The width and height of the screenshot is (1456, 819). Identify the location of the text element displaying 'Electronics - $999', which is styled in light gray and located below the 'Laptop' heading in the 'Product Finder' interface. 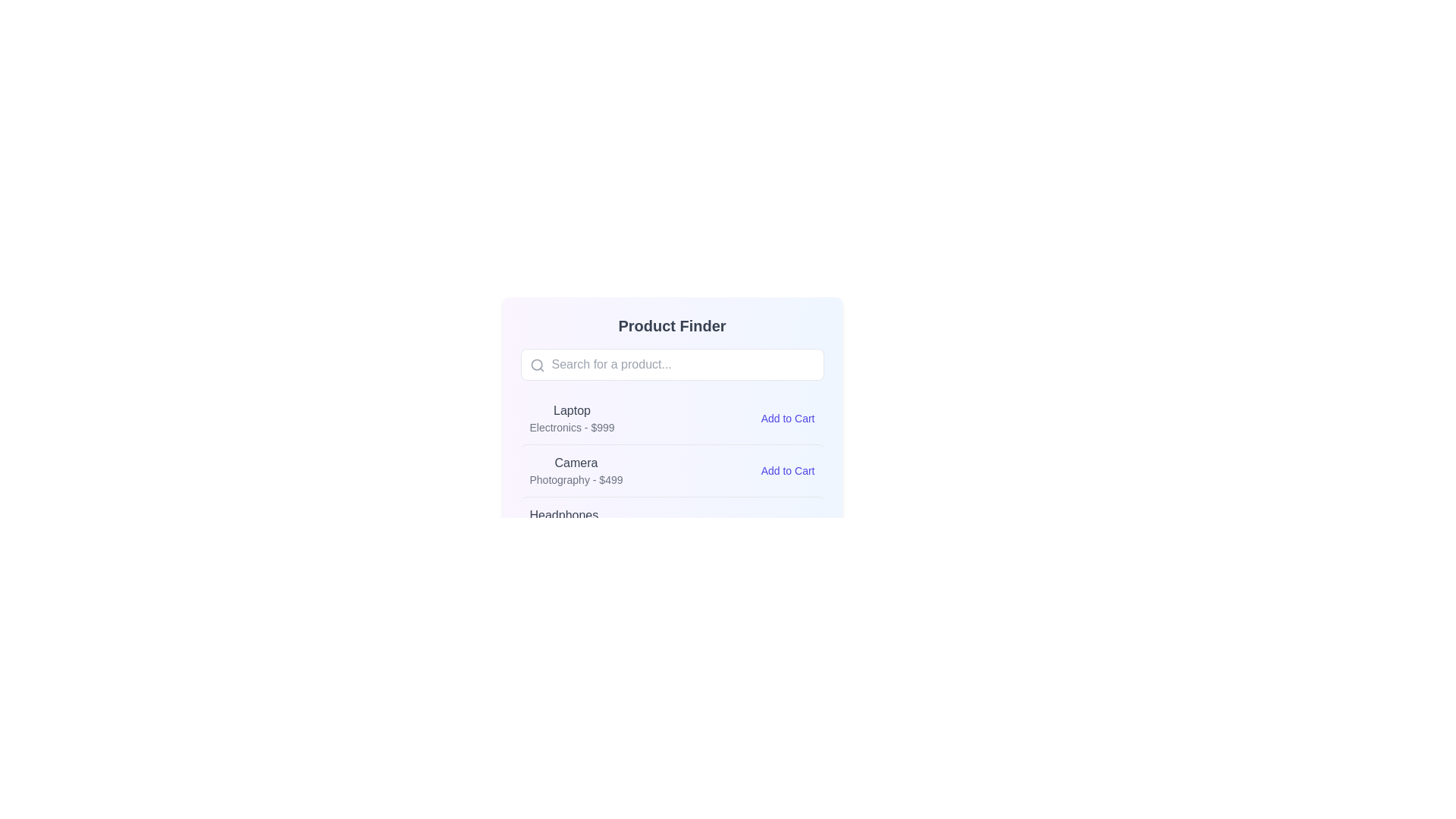
(571, 427).